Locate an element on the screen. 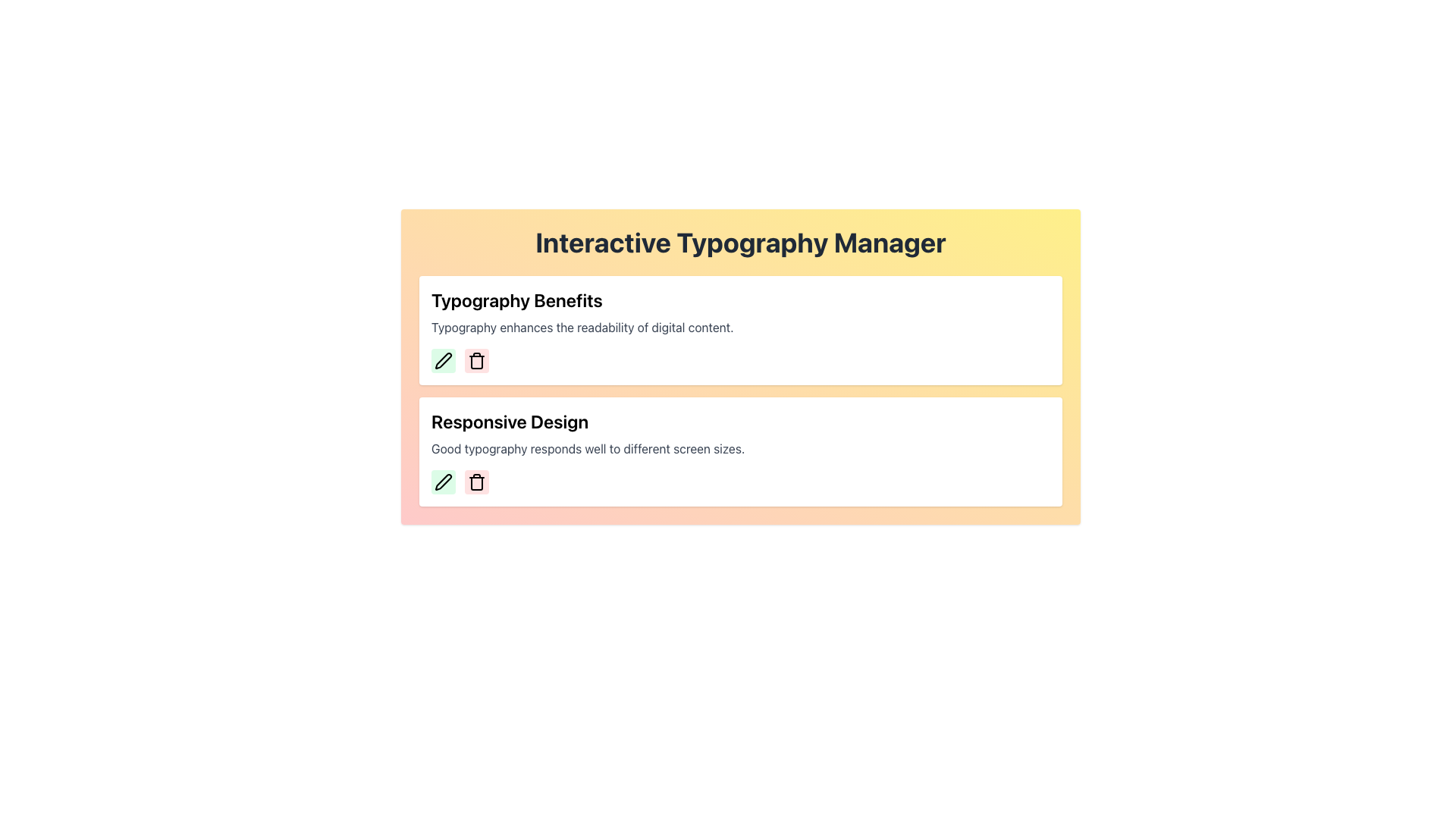  the trash can icon with a minimalist design, located within a light pink rounded rectangle background in the horizontal action bar under the 'Responsive Design' section to trigger a tooltip or visual feedback is located at coordinates (475, 360).